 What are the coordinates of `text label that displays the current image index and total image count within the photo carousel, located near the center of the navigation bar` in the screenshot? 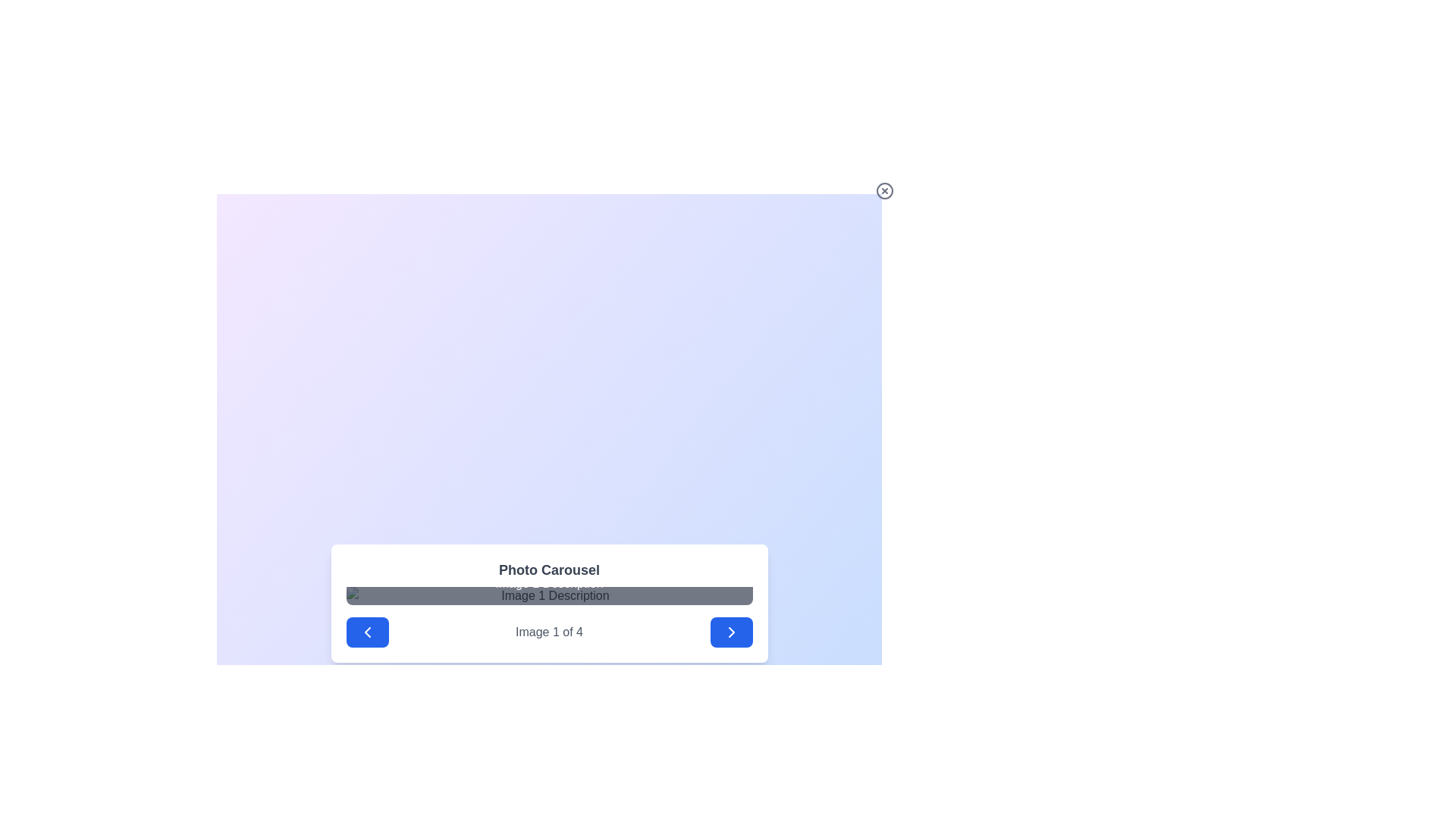 It's located at (548, 632).